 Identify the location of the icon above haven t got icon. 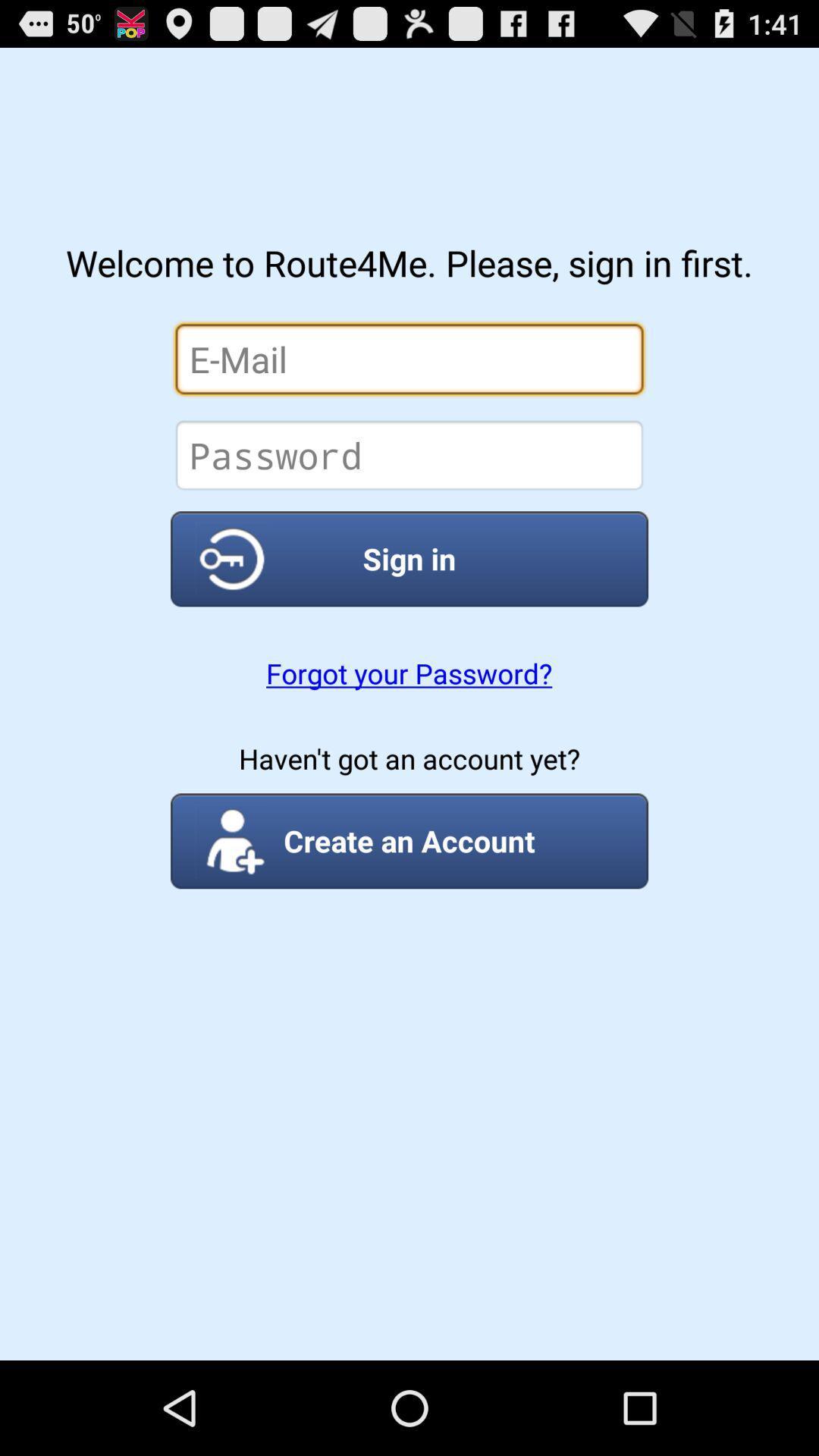
(408, 673).